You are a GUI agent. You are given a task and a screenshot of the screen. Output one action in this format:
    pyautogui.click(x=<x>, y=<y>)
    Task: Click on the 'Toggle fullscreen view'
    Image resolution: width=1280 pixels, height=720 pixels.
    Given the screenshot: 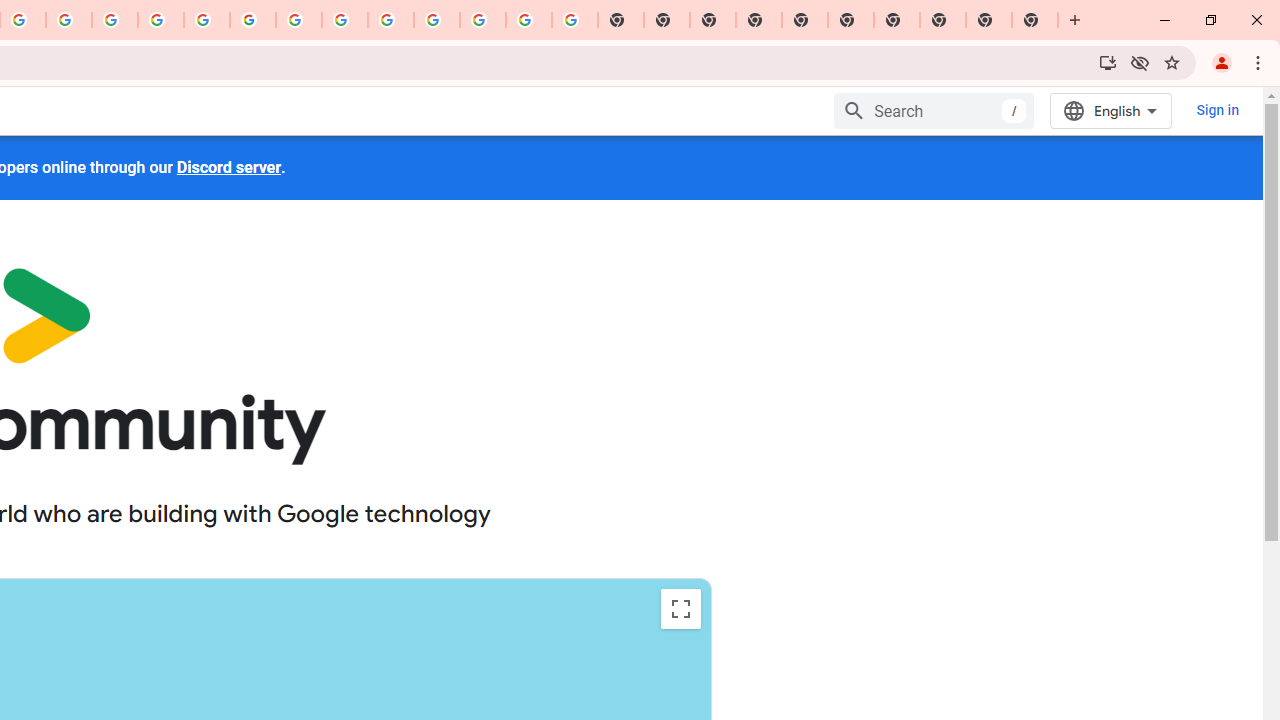 What is the action you would take?
    pyautogui.click(x=680, y=608)
    